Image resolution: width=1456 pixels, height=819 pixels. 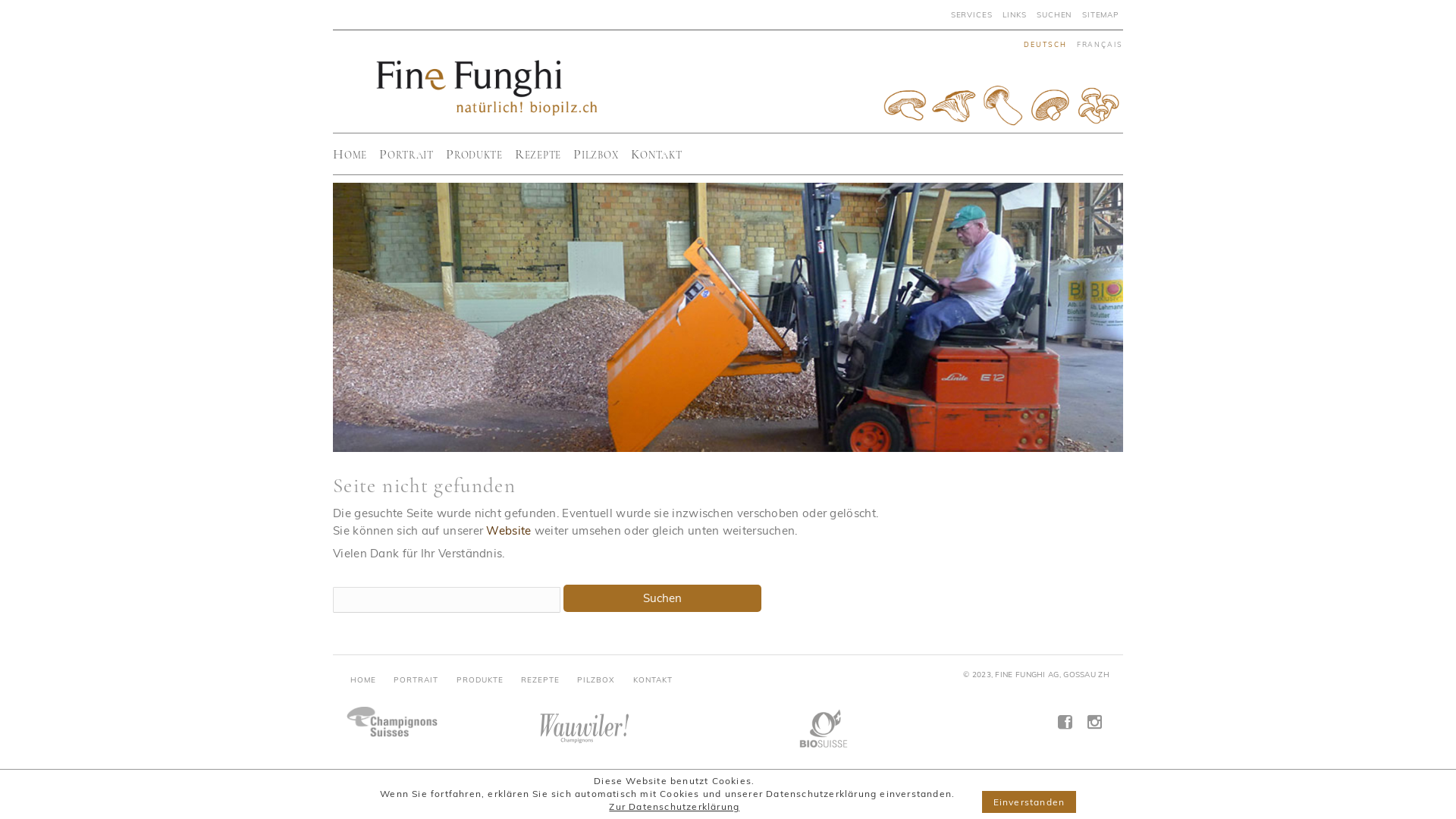 What do you see at coordinates (572, 679) in the screenshot?
I see `'PILZBOX'` at bounding box center [572, 679].